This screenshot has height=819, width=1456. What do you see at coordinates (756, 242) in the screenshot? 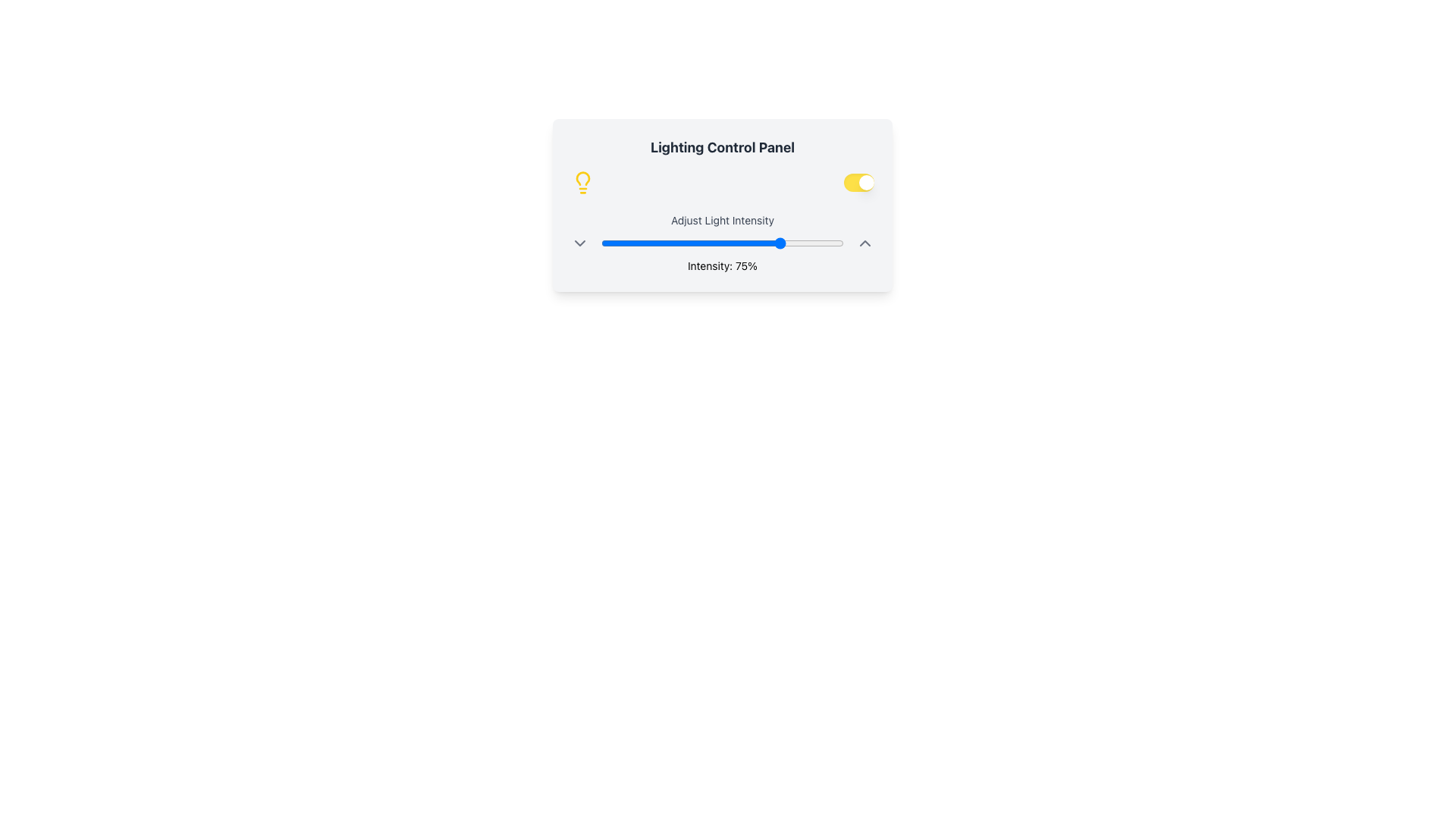
I see `the light intensity` at bounding box center [756, 242].